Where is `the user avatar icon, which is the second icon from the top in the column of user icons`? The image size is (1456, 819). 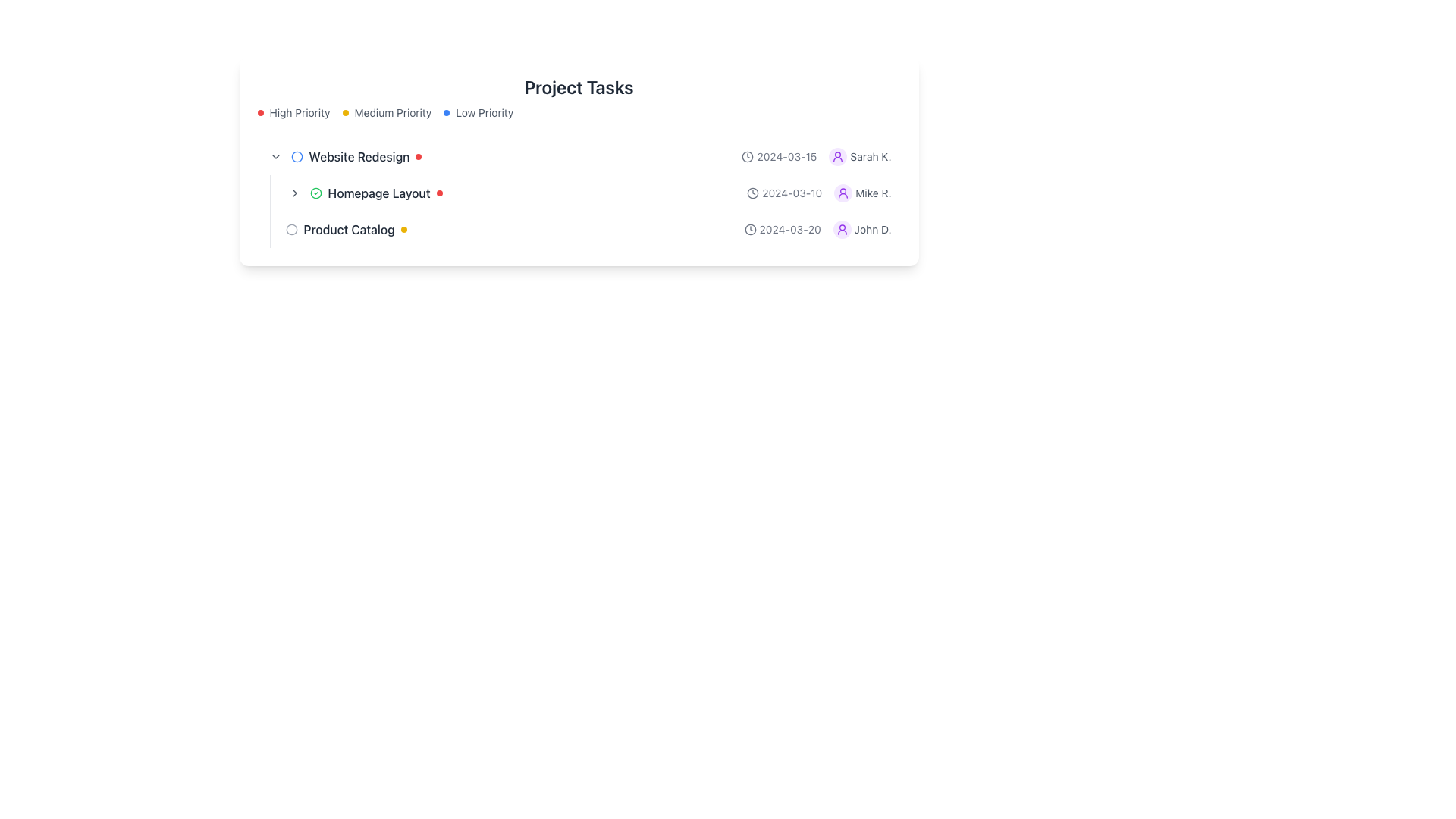
the user avatar icon, which is the second icon from the top in the column of user icons is located at coordinates (841, 230).